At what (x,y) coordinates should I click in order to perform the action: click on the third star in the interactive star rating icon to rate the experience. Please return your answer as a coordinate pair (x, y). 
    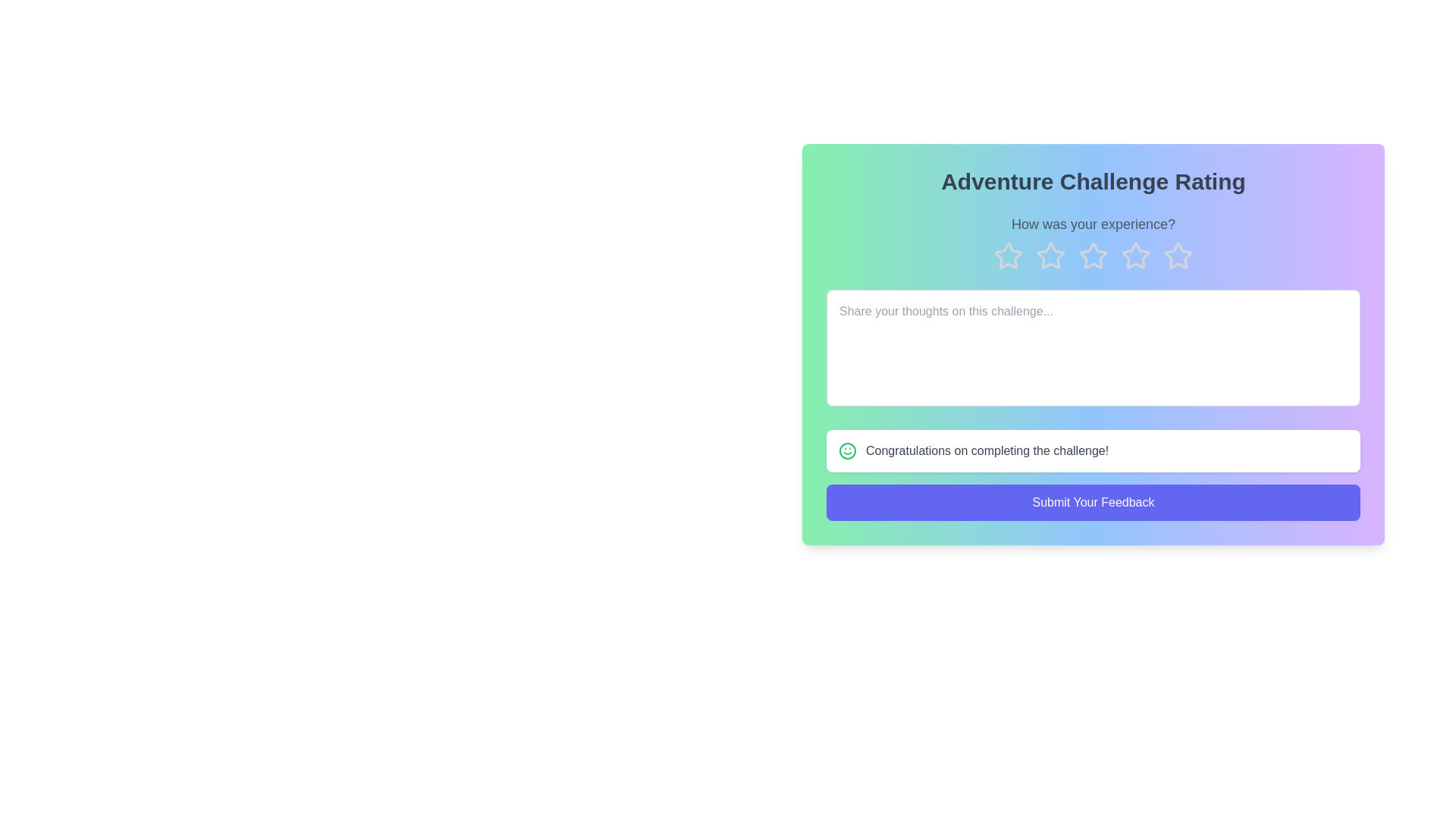
    Looking at the image, I should click on (1093, 256).